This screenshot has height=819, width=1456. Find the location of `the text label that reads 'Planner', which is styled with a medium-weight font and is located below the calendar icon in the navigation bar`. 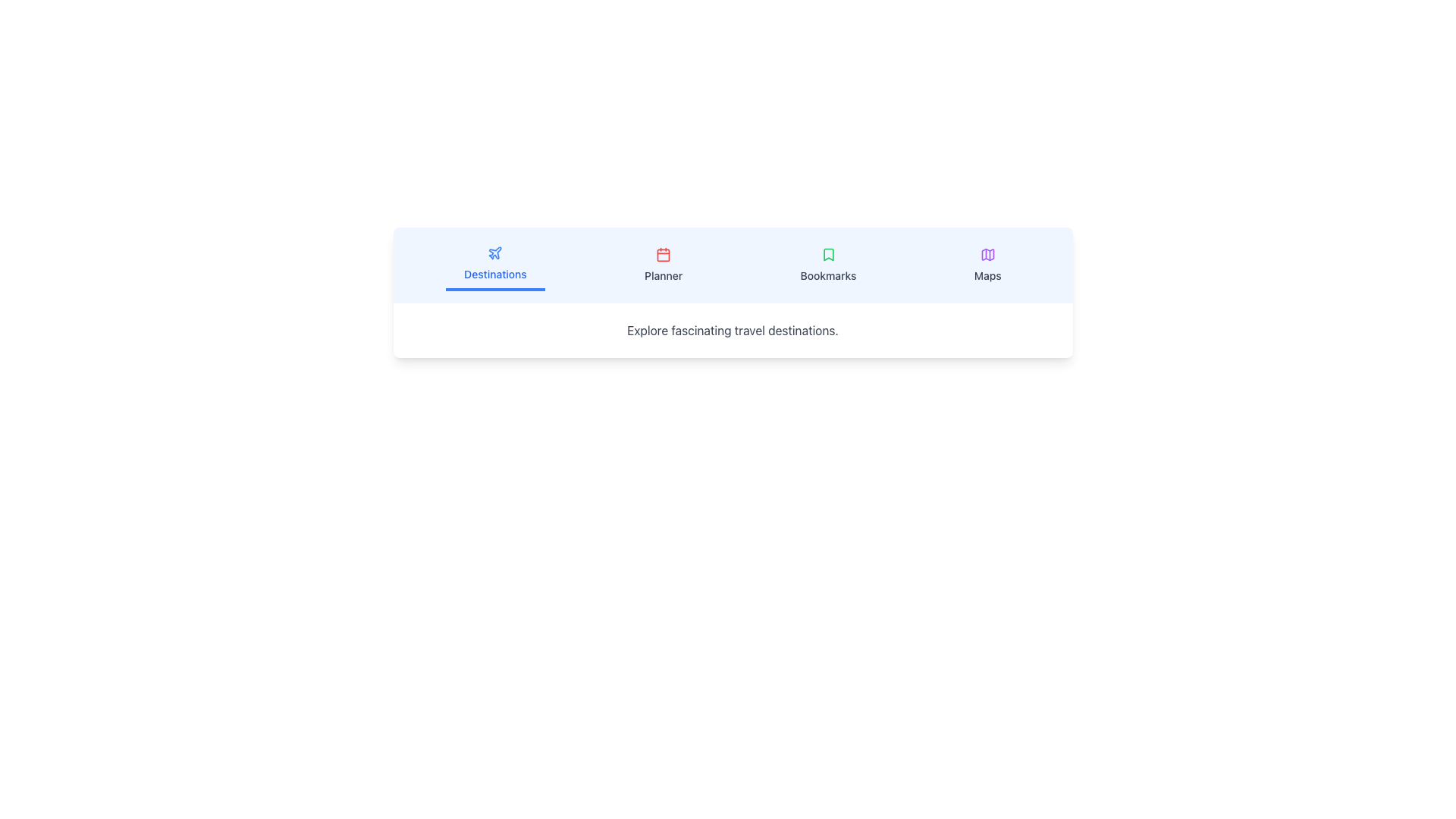

the text label that reads 'Planner', which is styled with a medium-weight font and is located below the calendar icon in the navigation bar is located at coordinates (664, 275).